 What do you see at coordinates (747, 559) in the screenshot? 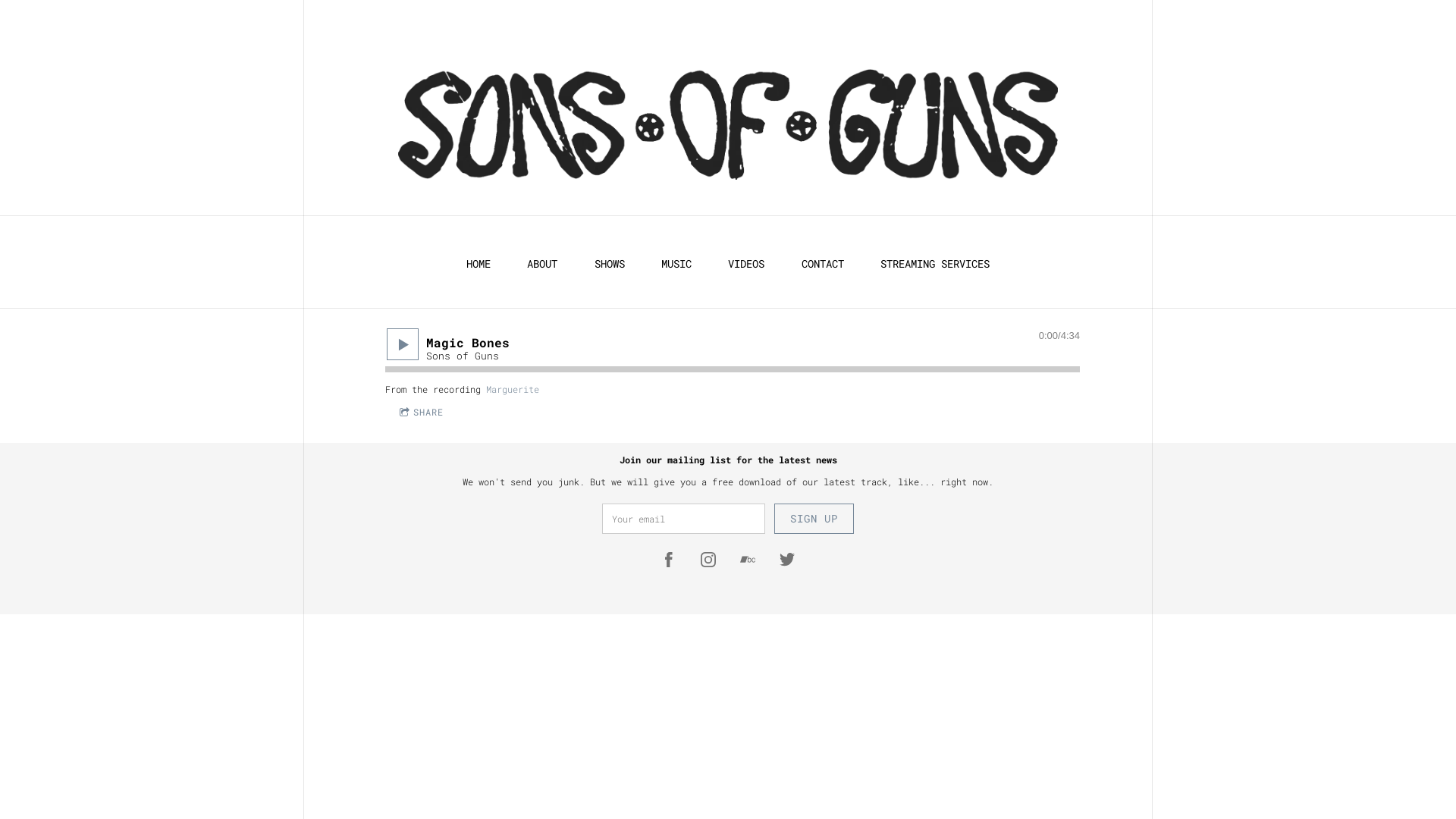
I see `'https://sonsofgunstheband.bandcamp.com/'` at bounding box center [747, 559].